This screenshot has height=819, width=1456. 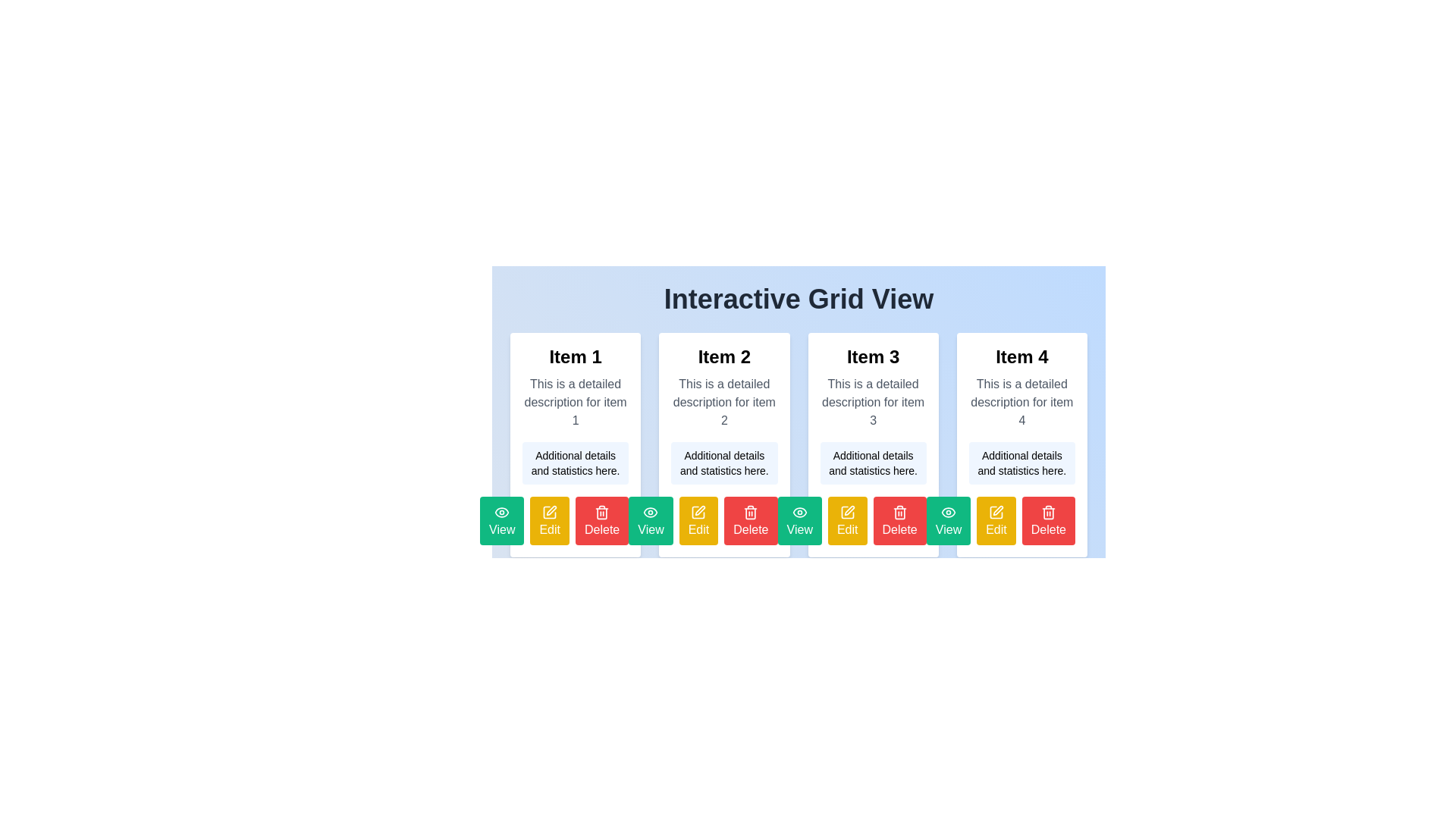 What do you see at coordinates (751, 519) in the screenshot?
I see `the delete button located at the bottom row of the grid layout, which is the last button to the right in the fourth column, to initiate the deletion action` at bounding box center [751, 519].